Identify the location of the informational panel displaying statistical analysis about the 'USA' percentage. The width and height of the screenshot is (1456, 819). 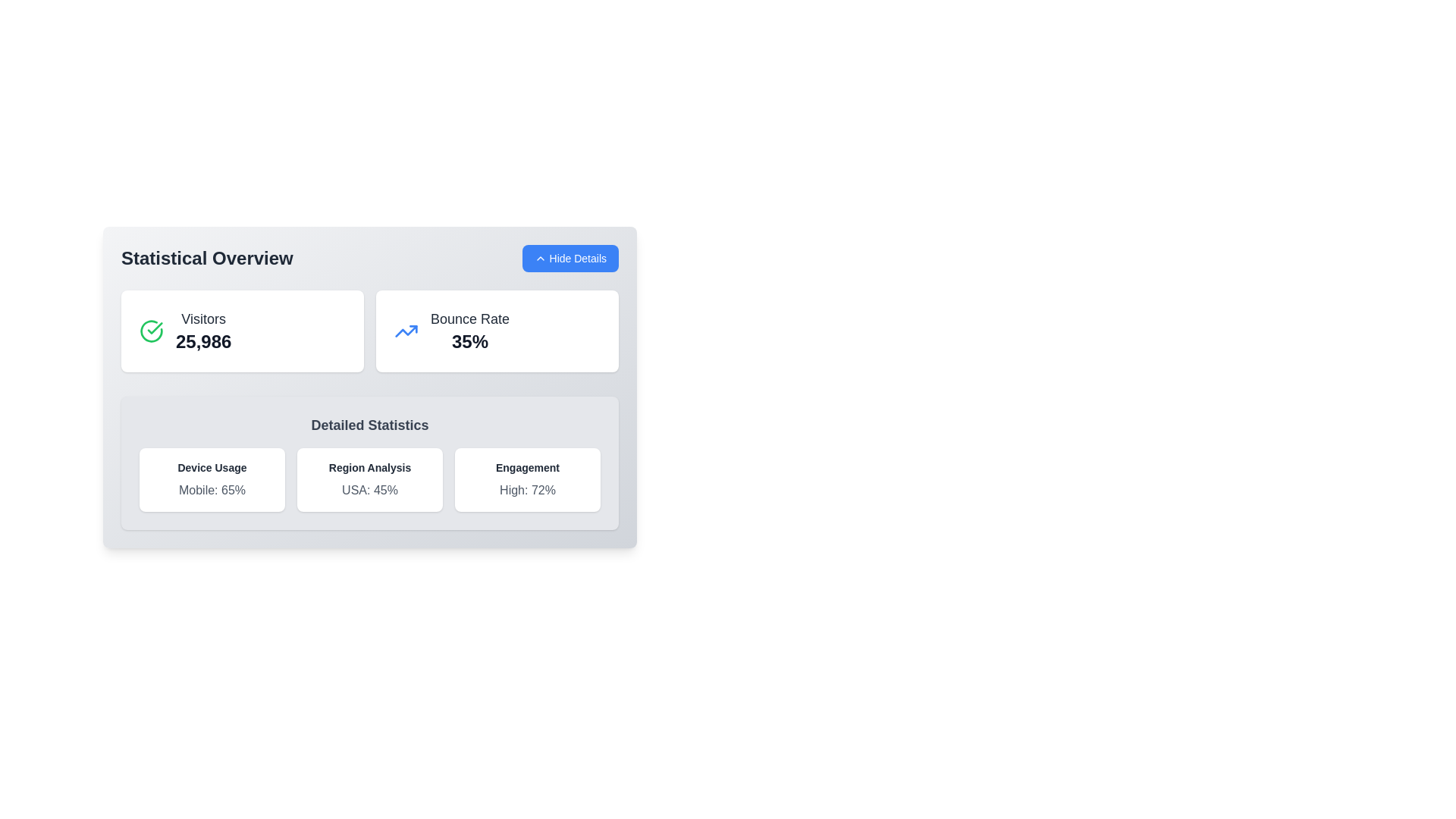
(370, 479).